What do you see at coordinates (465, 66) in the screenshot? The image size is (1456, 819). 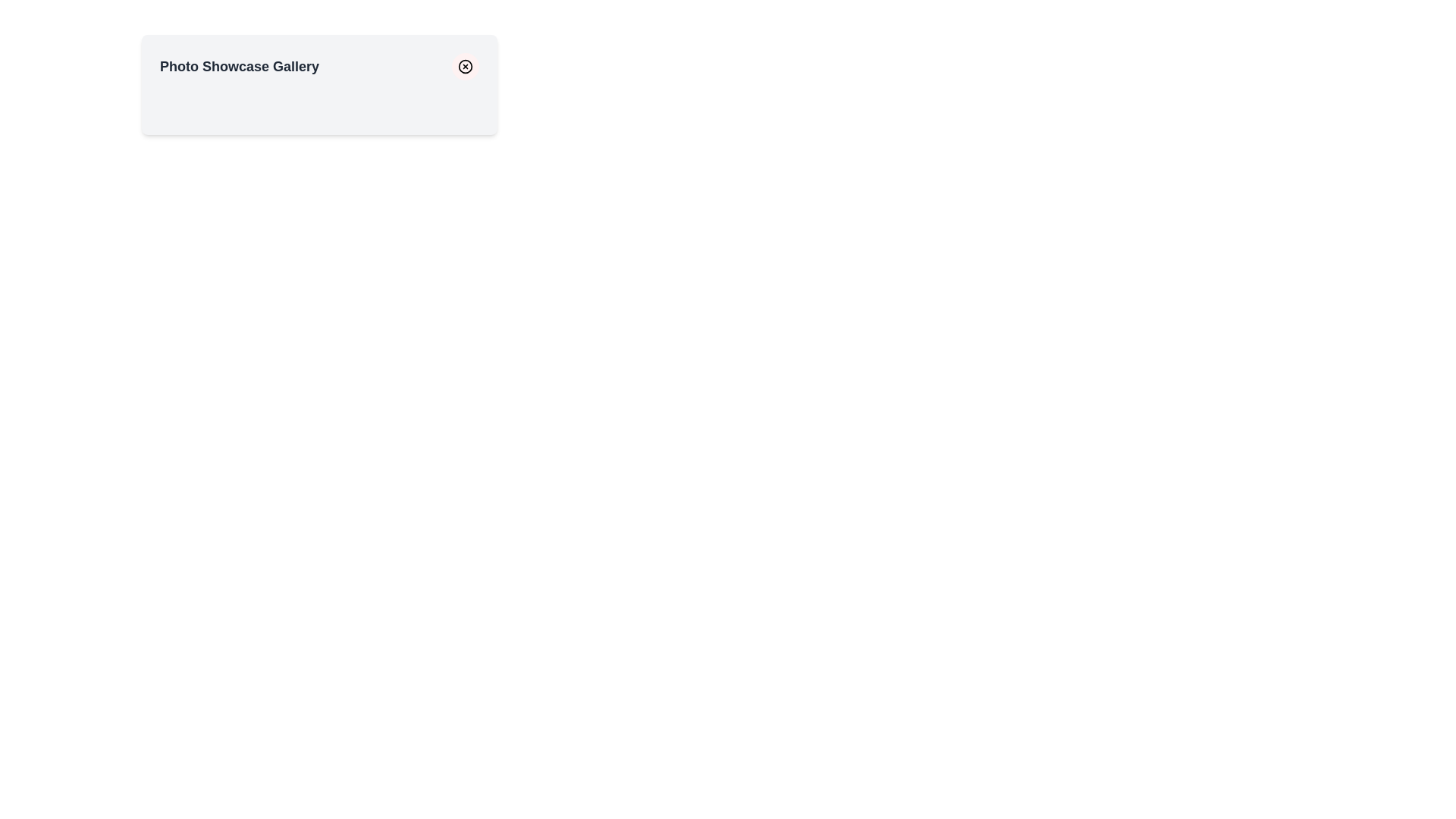 I see `the dismiss or close button located to the far right of the 'Photo Showcase Gallery' title` at bounding box center [465, 66].